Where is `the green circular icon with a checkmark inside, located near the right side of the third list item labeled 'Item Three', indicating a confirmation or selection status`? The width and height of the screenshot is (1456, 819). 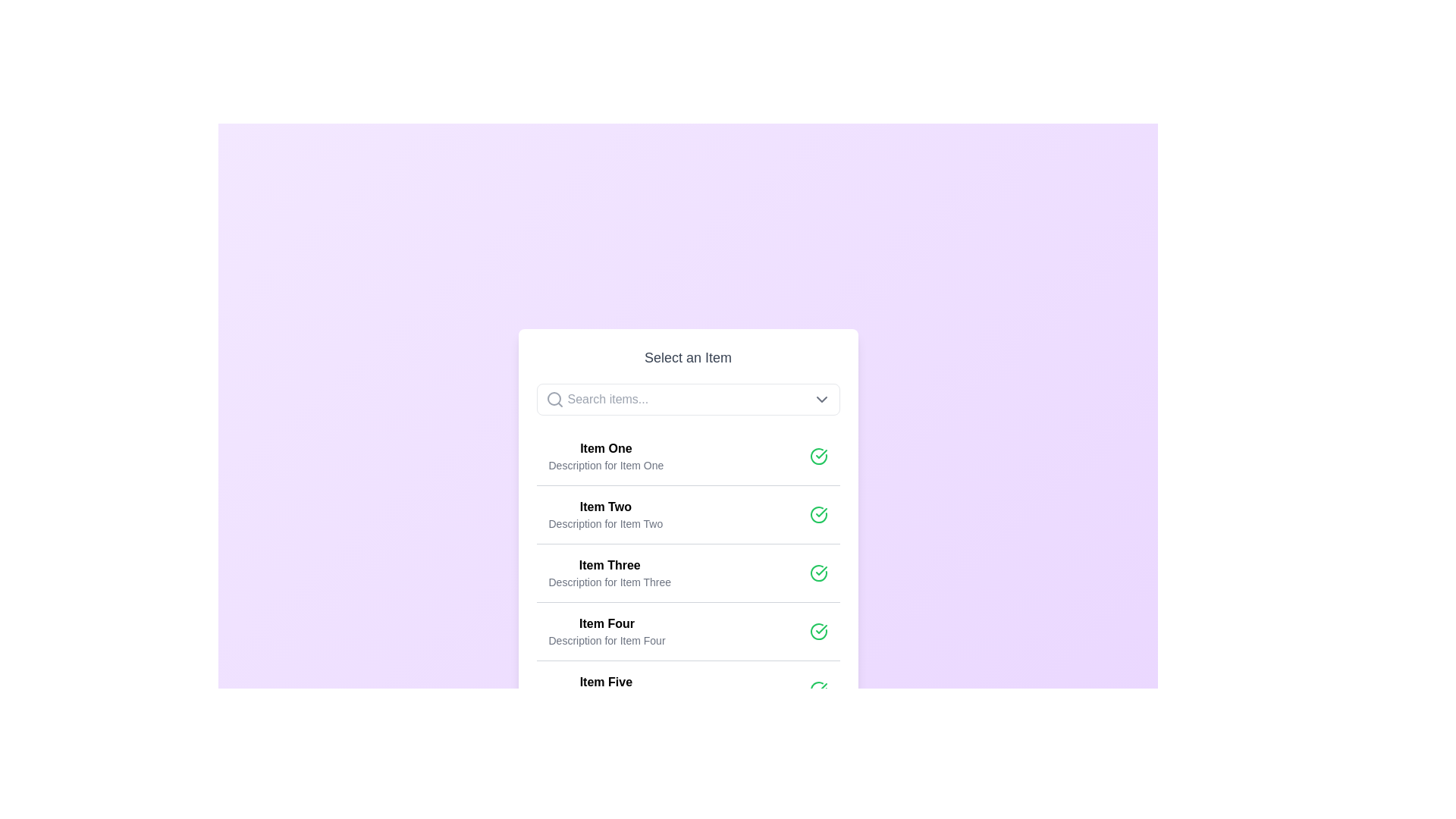 the green circular icon with a checkmark inside, located near the right side of the third list item labeled 'Item Three', indicating a confirmation or selection status is located at coordinates (817, 573).